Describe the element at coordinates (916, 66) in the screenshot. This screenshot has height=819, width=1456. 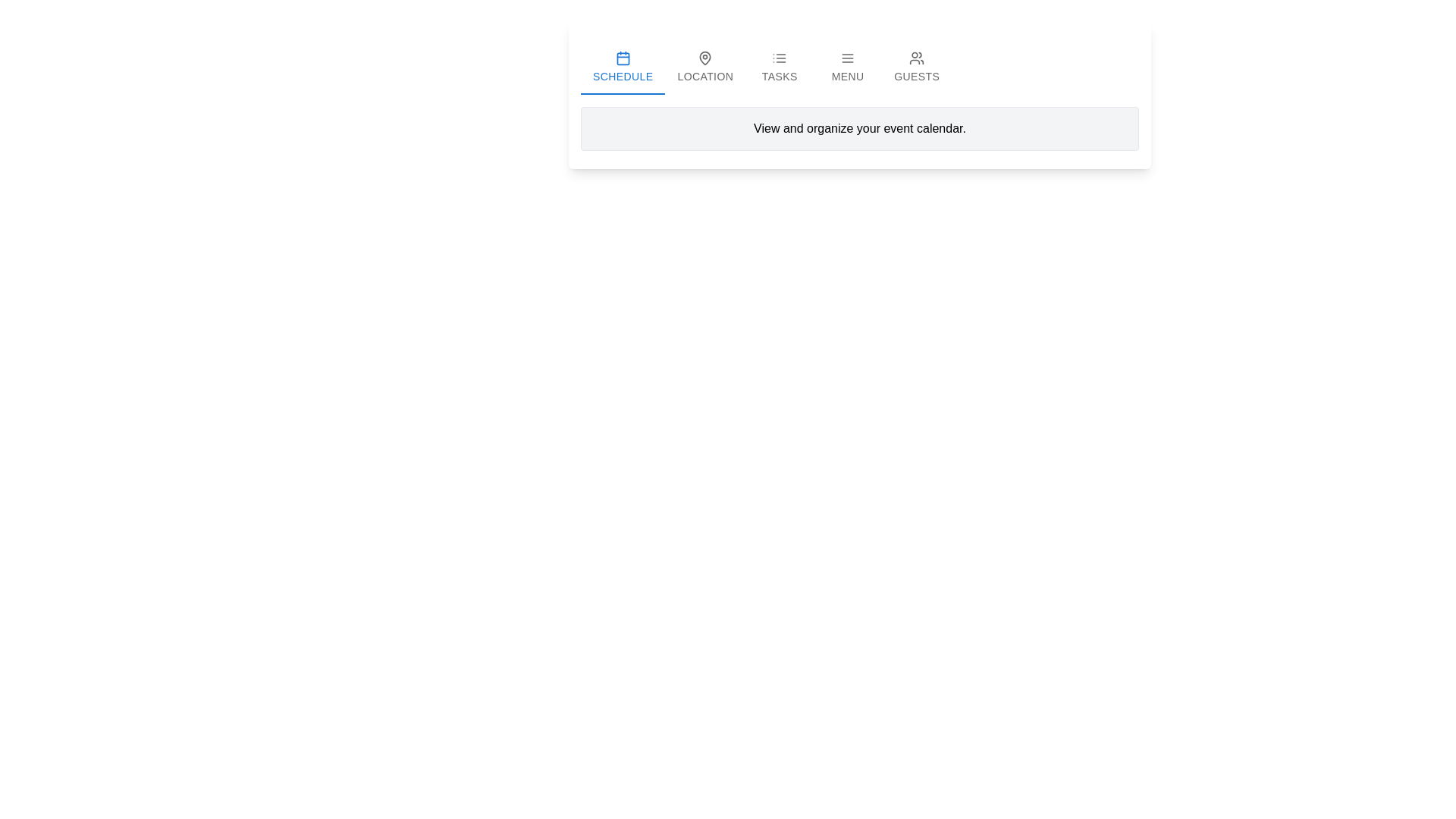
I see `the 'Guests' button tab, which is the fifth tab in the horizontal navigation bar` at that location.